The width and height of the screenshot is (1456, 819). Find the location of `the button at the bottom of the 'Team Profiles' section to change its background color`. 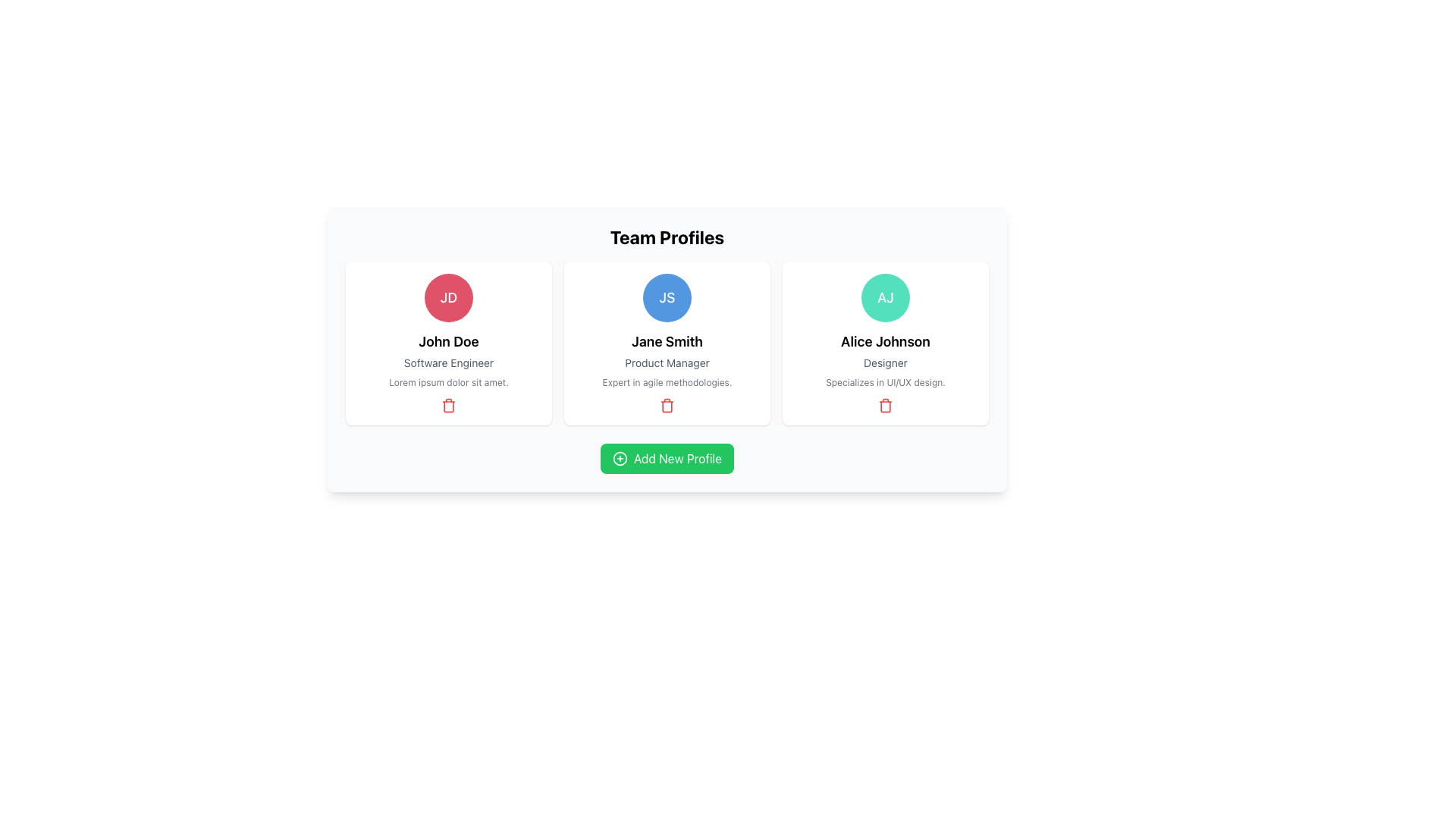

the button at the bottom of the 'Team Profiles' section to change its background color is located at coordinates (667, 458).